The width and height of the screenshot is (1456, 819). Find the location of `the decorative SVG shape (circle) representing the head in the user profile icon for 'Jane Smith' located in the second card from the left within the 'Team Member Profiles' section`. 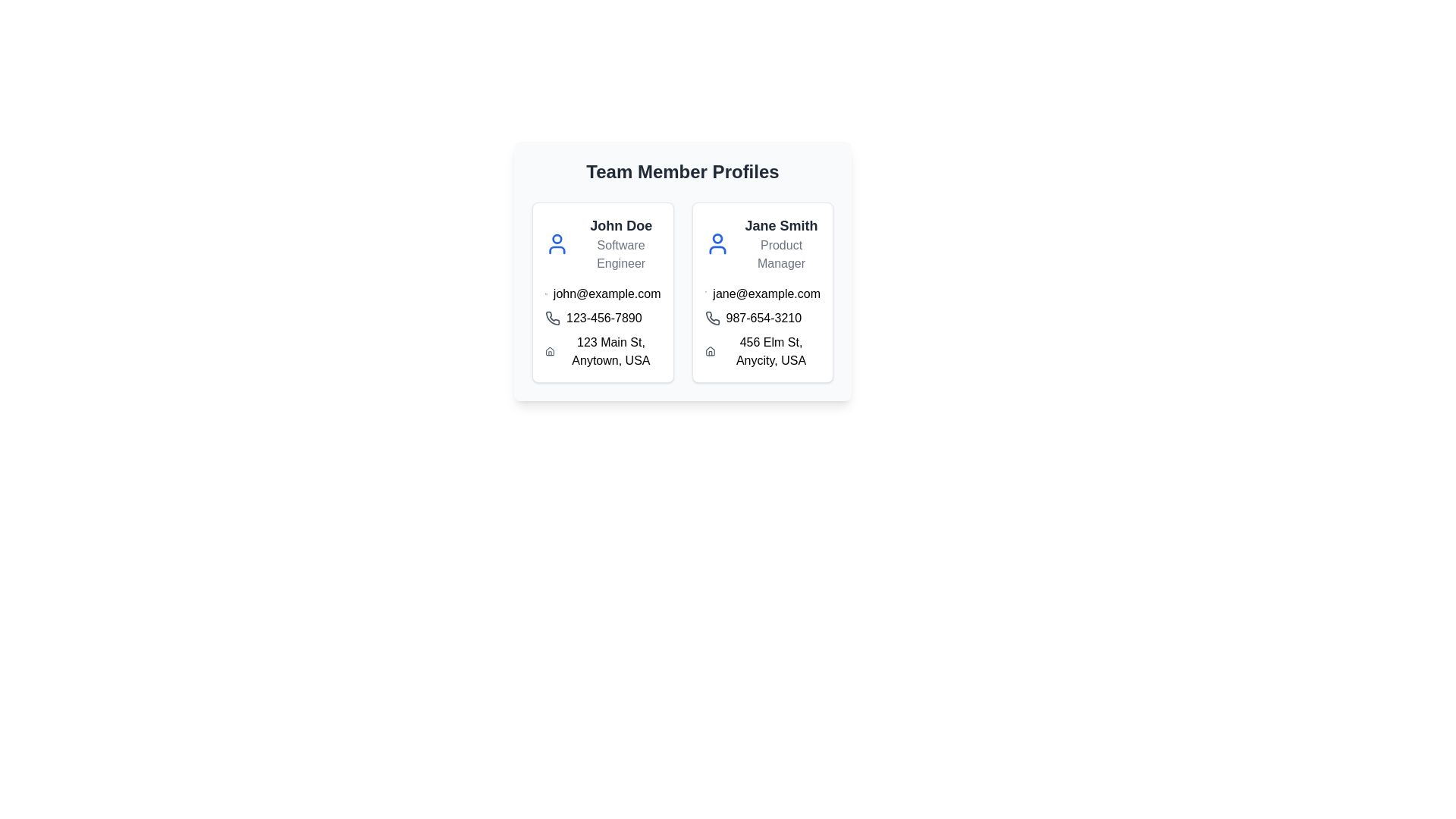

the decorative SVG shape (circle) representing the head in the user profile icon for 'Jane Smith' located in the second card from the left within the 'Team Member Profiles' section is located at coordinates (717, 239).